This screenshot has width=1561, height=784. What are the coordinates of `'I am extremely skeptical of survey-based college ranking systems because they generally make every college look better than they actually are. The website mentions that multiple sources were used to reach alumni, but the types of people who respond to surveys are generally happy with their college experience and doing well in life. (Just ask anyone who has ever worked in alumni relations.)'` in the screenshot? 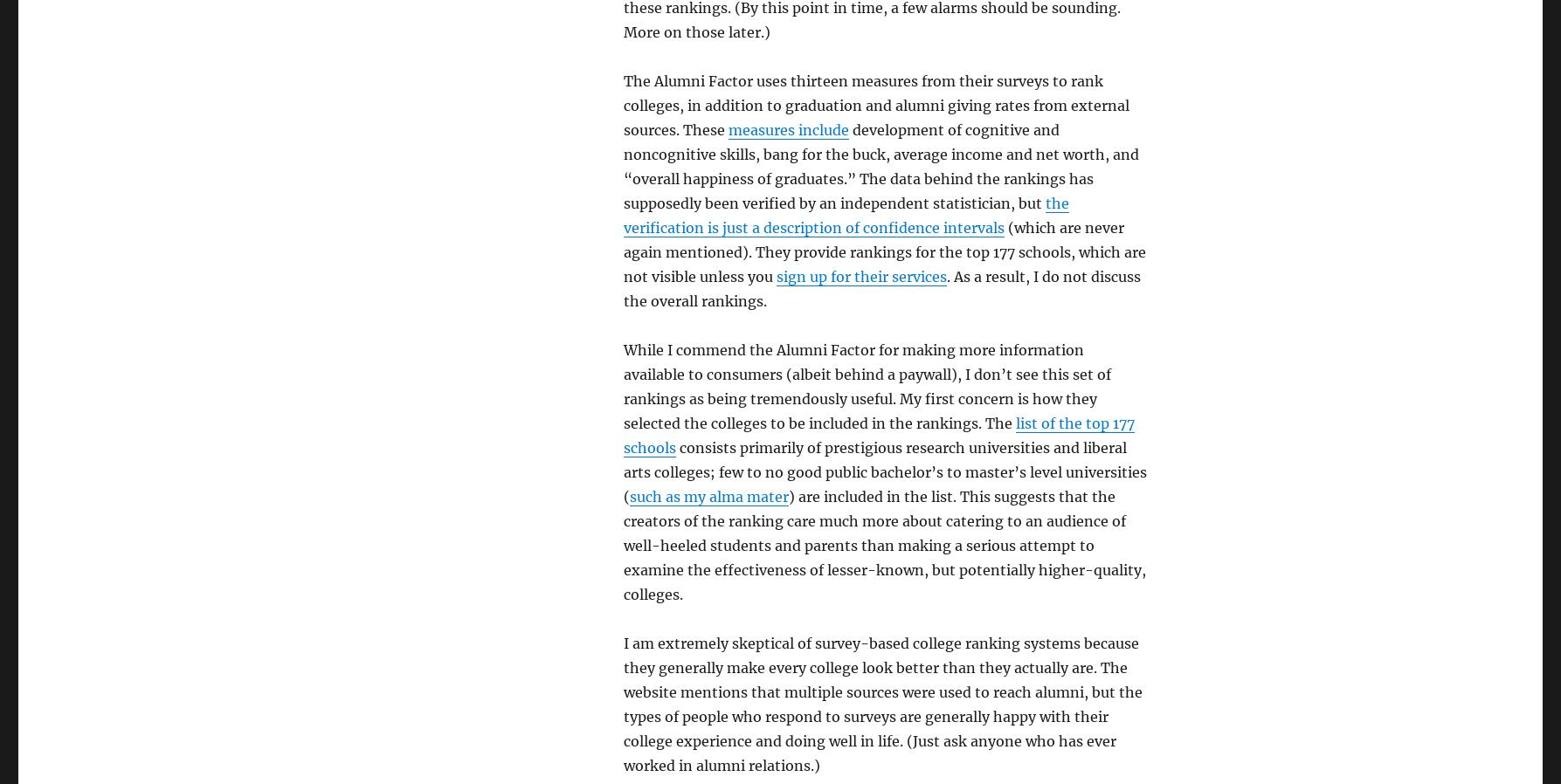 It's located at (881, 705).